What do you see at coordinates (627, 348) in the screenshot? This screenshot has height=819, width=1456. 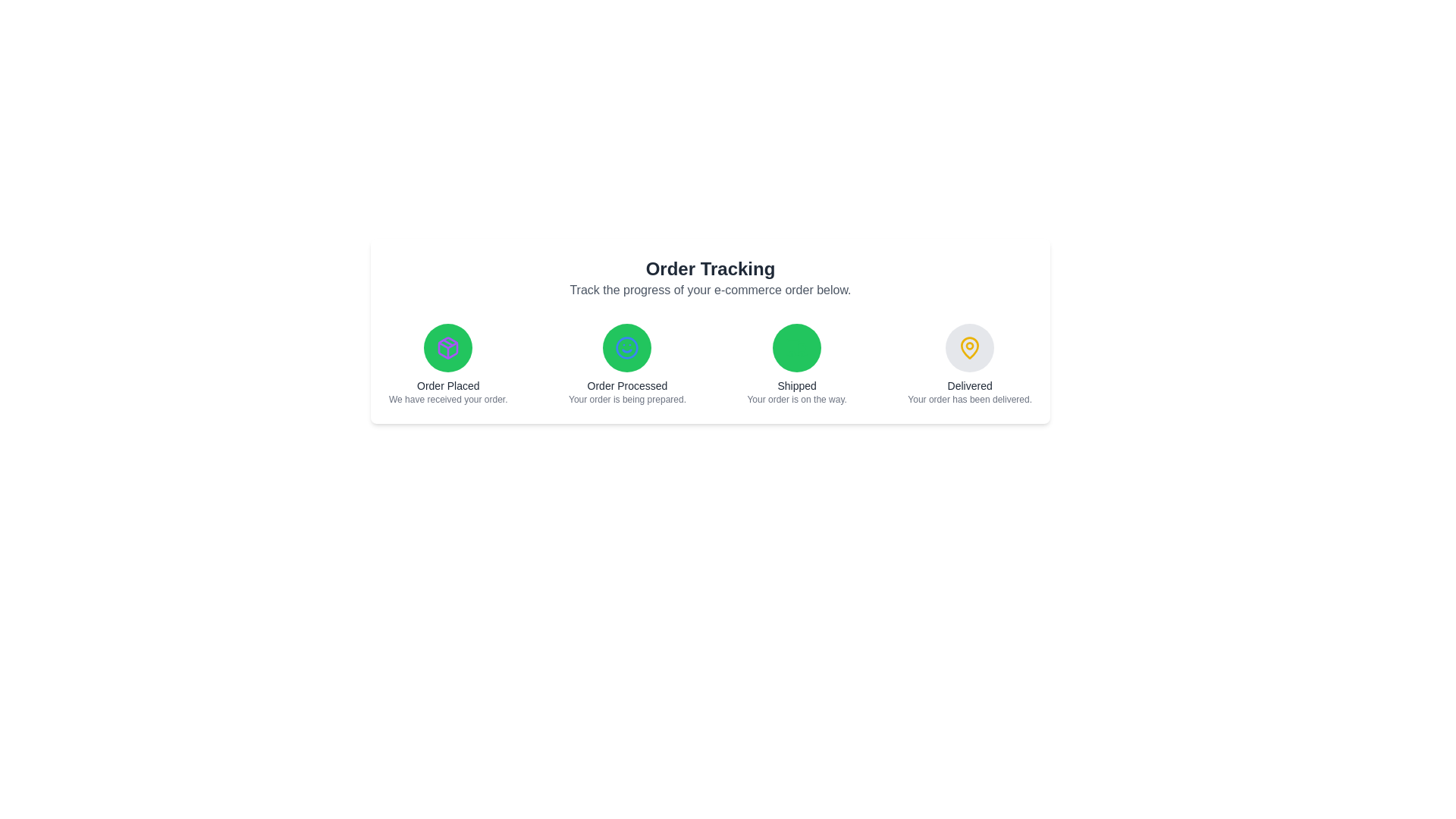 I see `the smiley face icon with a blue outline against a light green background, which indicates the 'Order Processed' step in the Order Tracking section` at bounding box center [627, 348].